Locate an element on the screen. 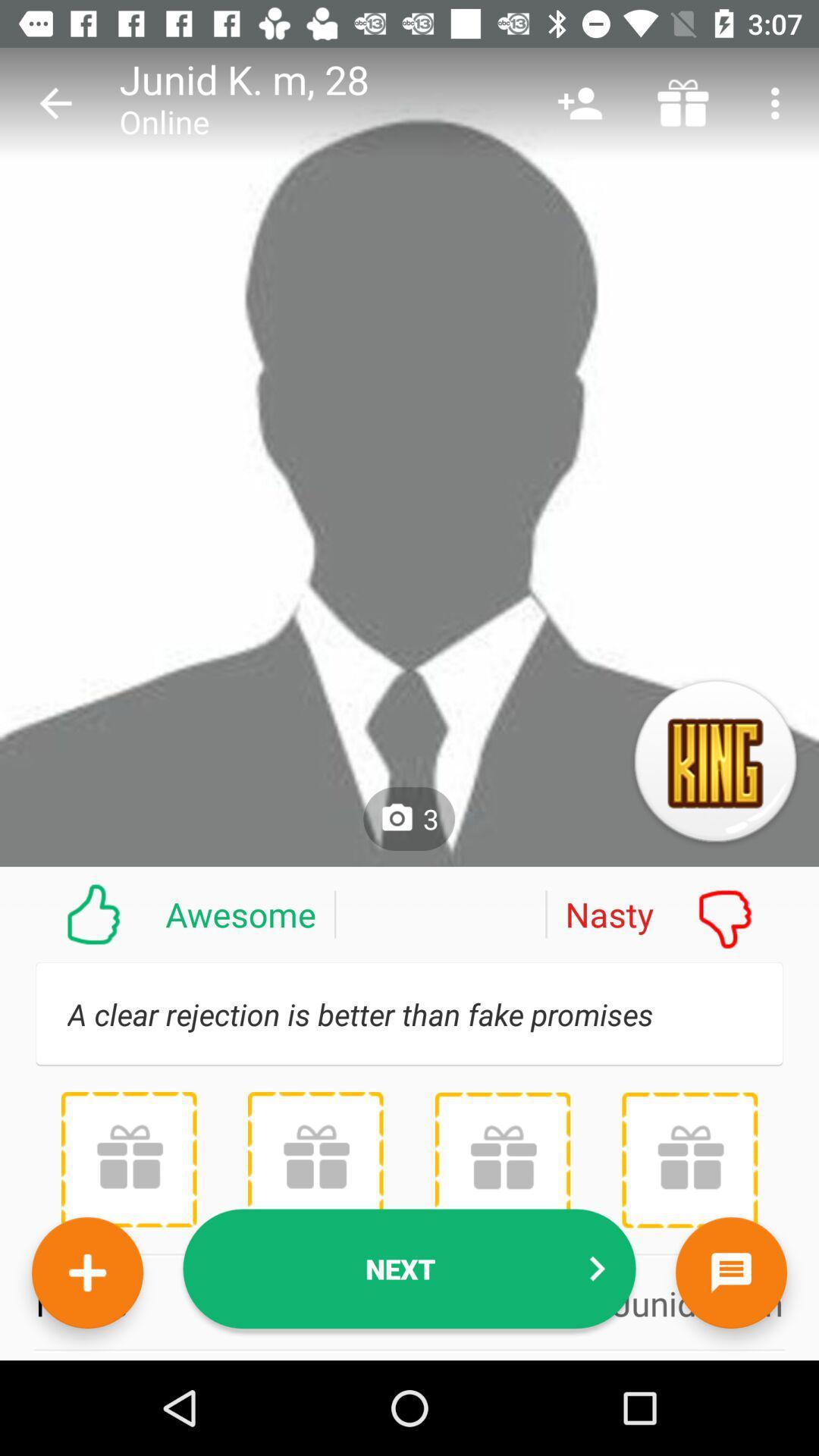 The height and width of the screenshot is (1456, 819). the 3 item is located at coordinates (408, 818).